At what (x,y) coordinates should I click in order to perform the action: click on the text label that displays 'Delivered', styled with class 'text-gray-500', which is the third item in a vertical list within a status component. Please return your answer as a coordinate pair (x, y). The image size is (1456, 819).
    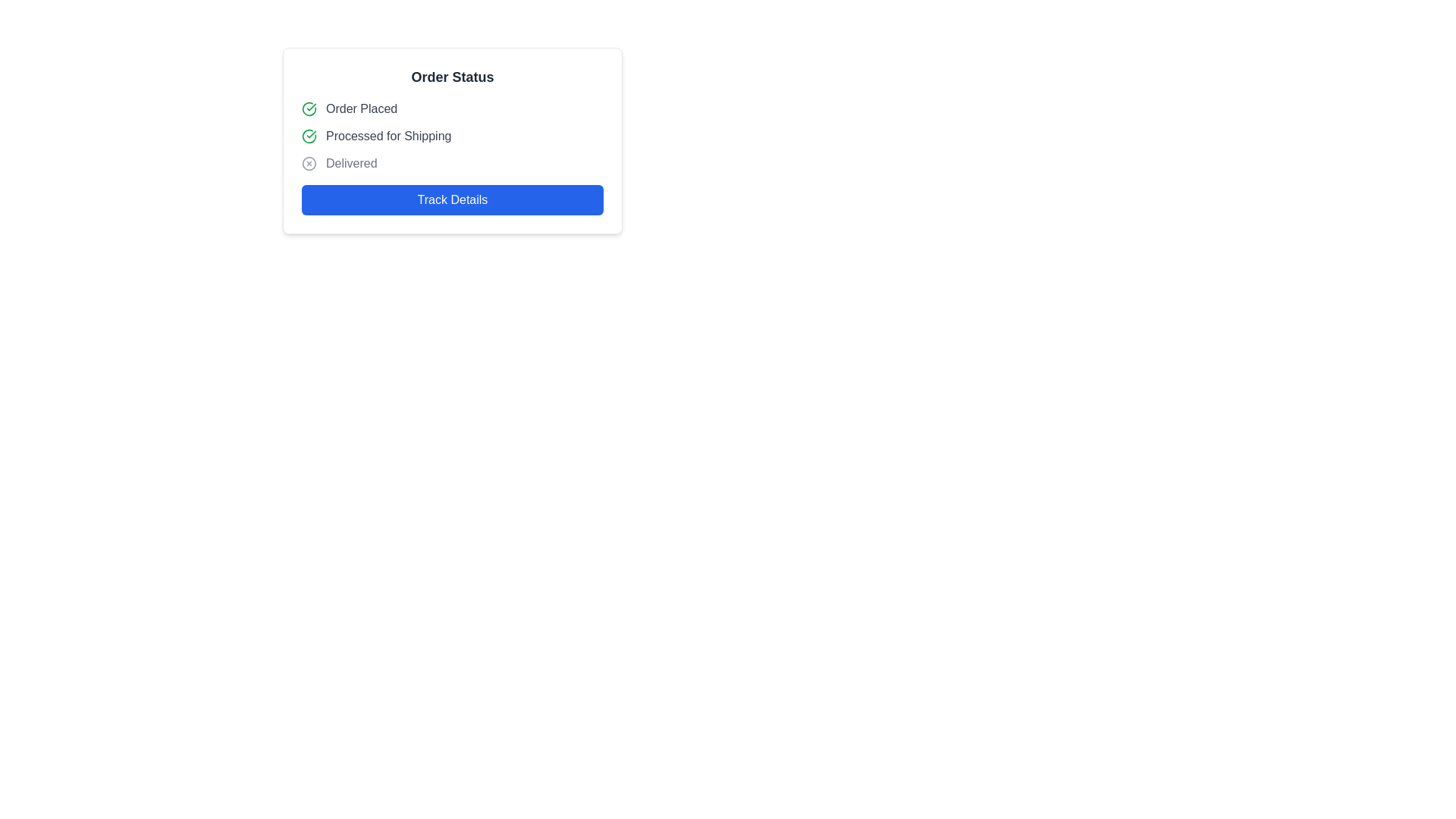
    Looking at the image, I should click on (350, 164).